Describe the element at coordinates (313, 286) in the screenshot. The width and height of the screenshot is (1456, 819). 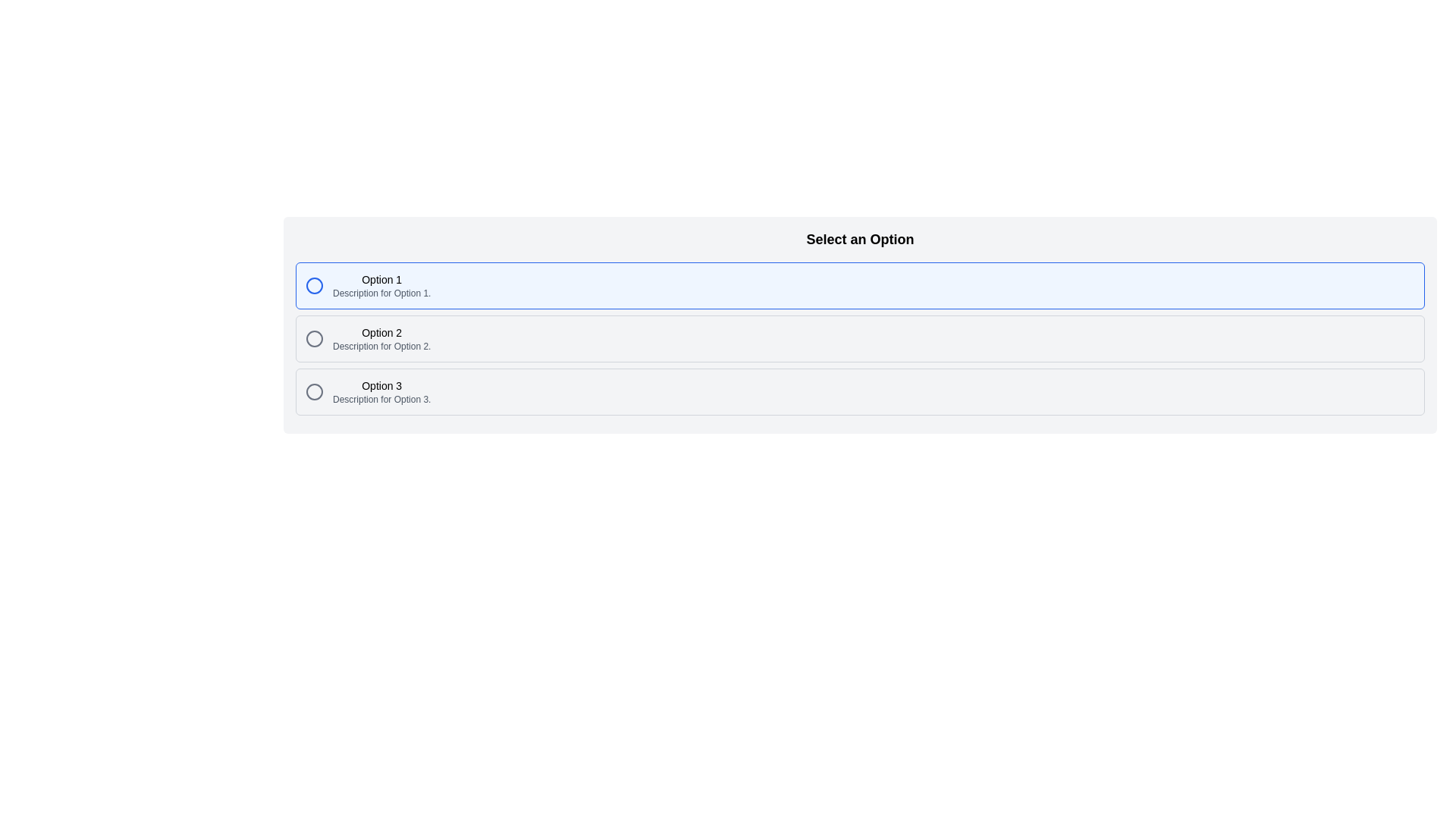
I see `the radio button associated with 'Option 1'` at that location.